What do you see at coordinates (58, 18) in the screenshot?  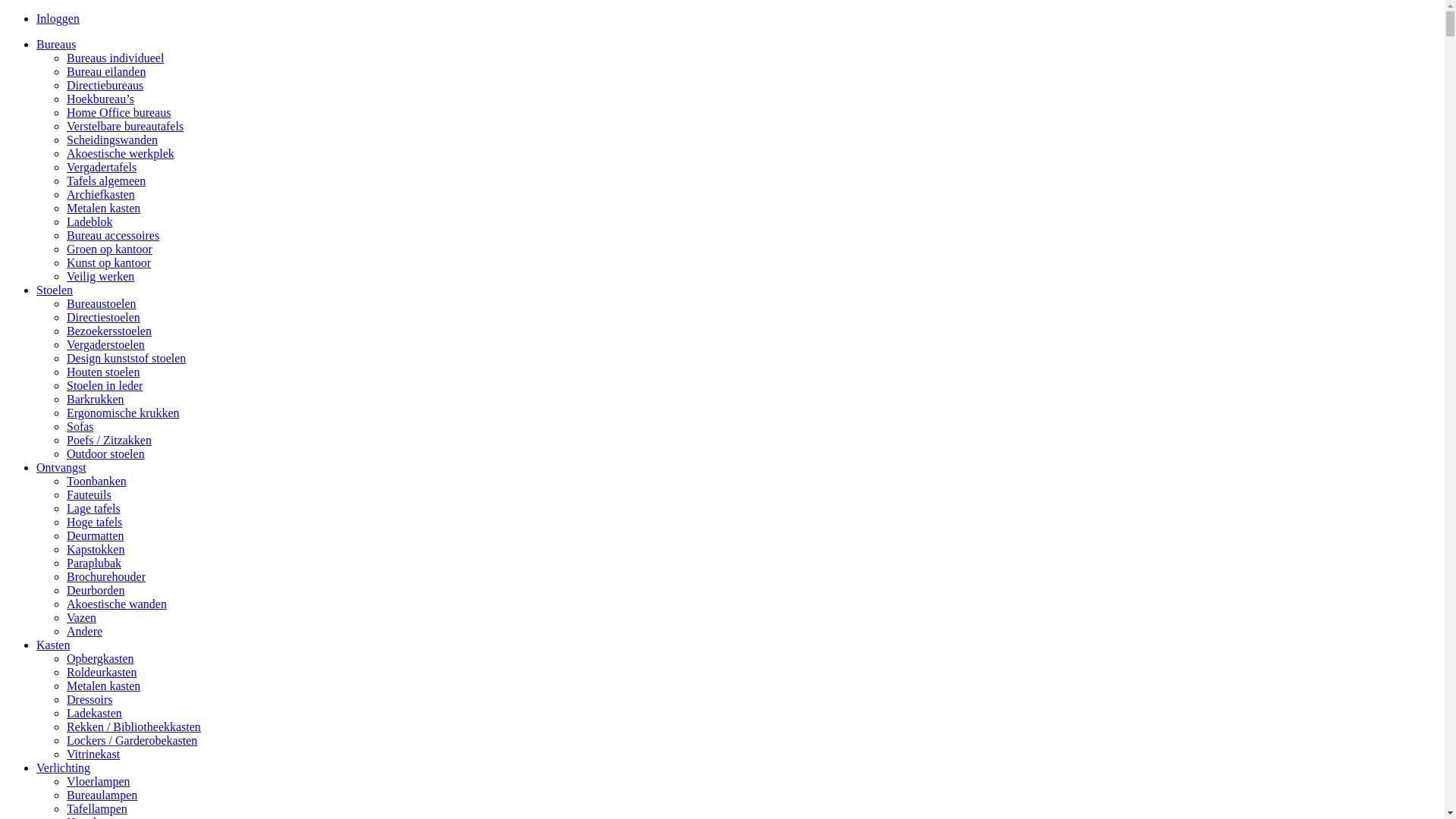 I see `'Inloggen'` at bounding box center [58, 18].